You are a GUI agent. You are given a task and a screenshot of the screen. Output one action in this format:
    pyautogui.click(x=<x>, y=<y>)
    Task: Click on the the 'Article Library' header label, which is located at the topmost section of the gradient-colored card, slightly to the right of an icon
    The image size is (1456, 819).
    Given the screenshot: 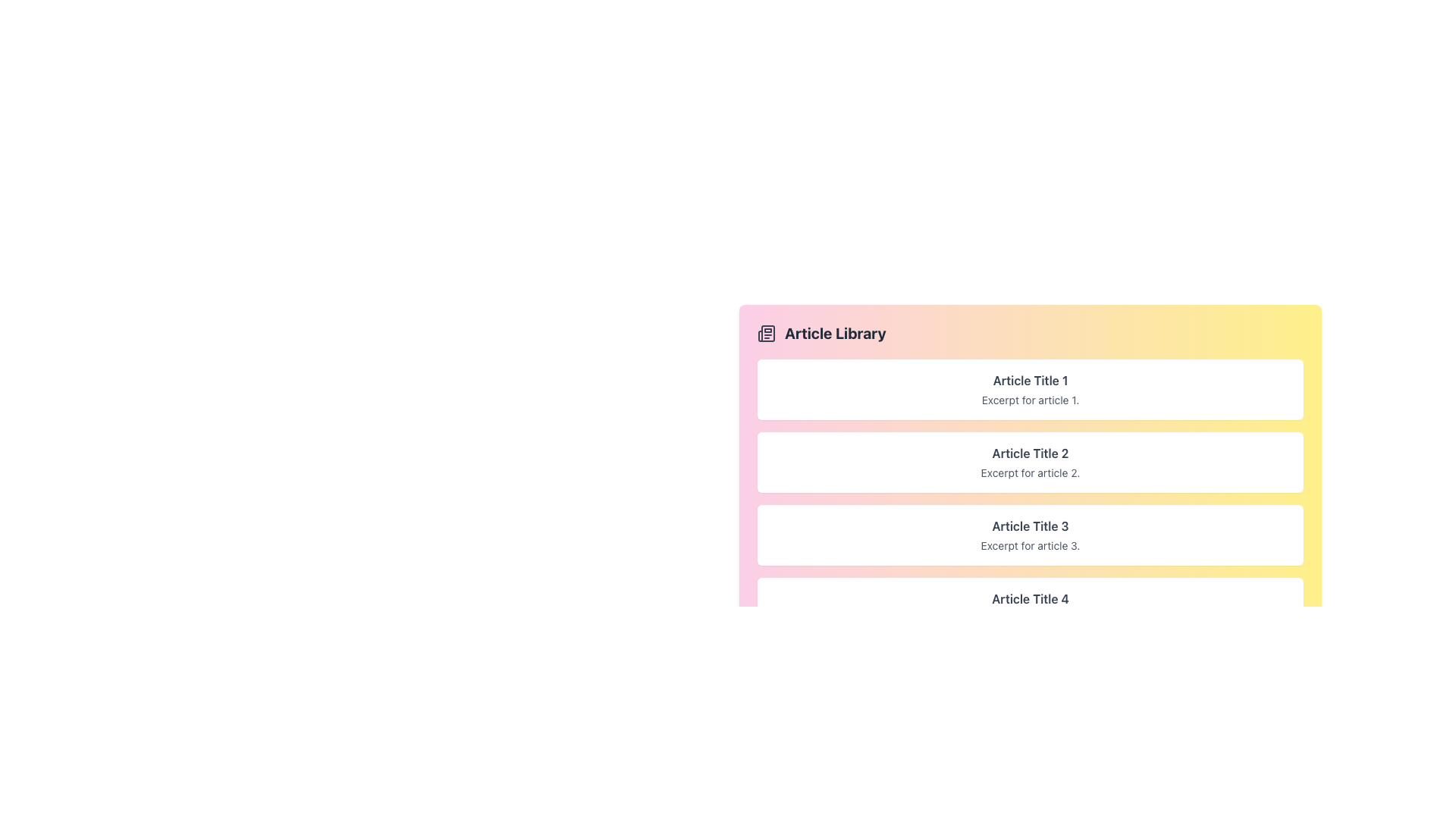 What is the action you would take?
    pyautogui.click(x=834, y=332)
    